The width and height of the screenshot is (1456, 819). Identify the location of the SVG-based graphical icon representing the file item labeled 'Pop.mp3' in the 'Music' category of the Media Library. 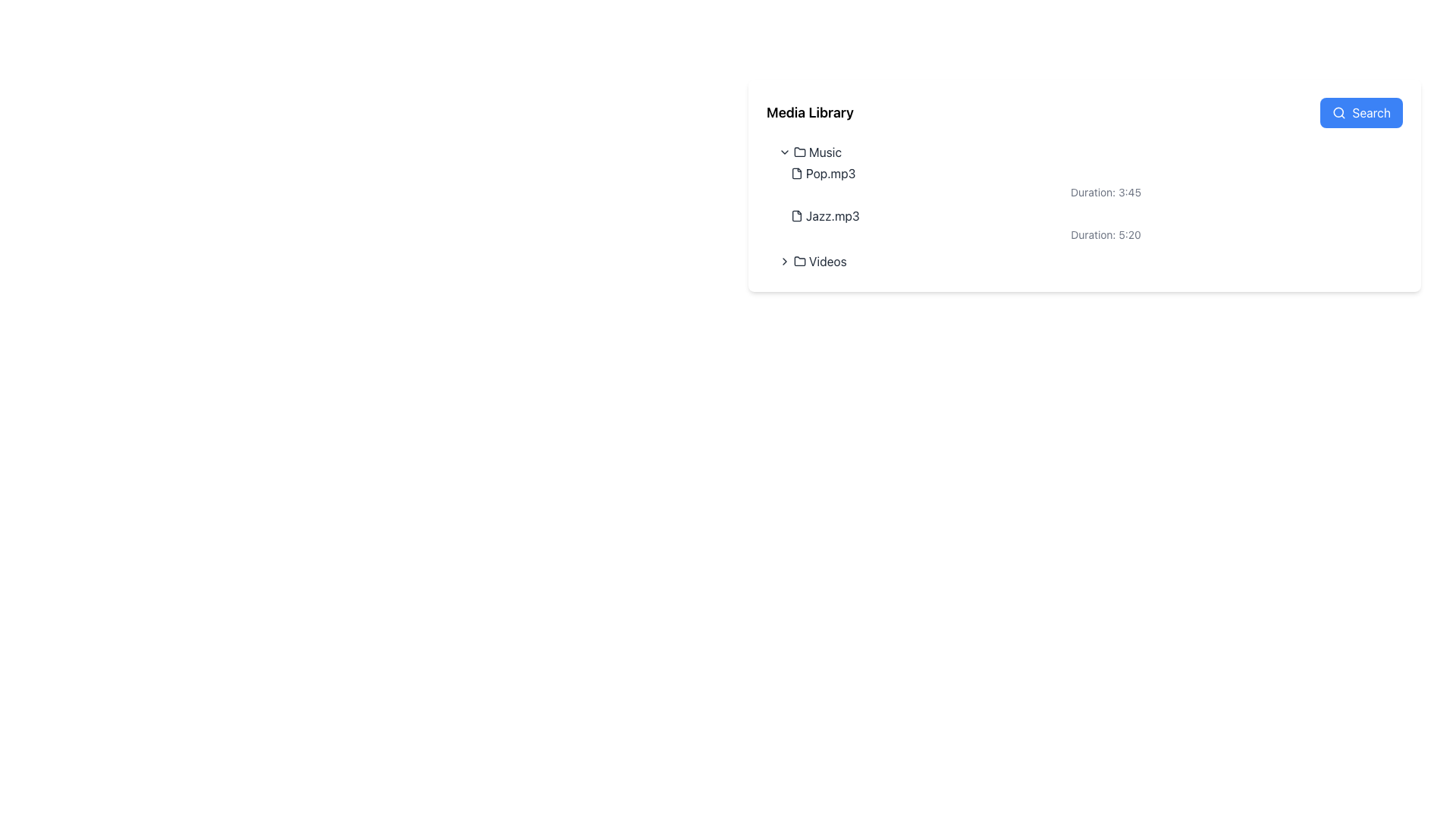
(796, 172).